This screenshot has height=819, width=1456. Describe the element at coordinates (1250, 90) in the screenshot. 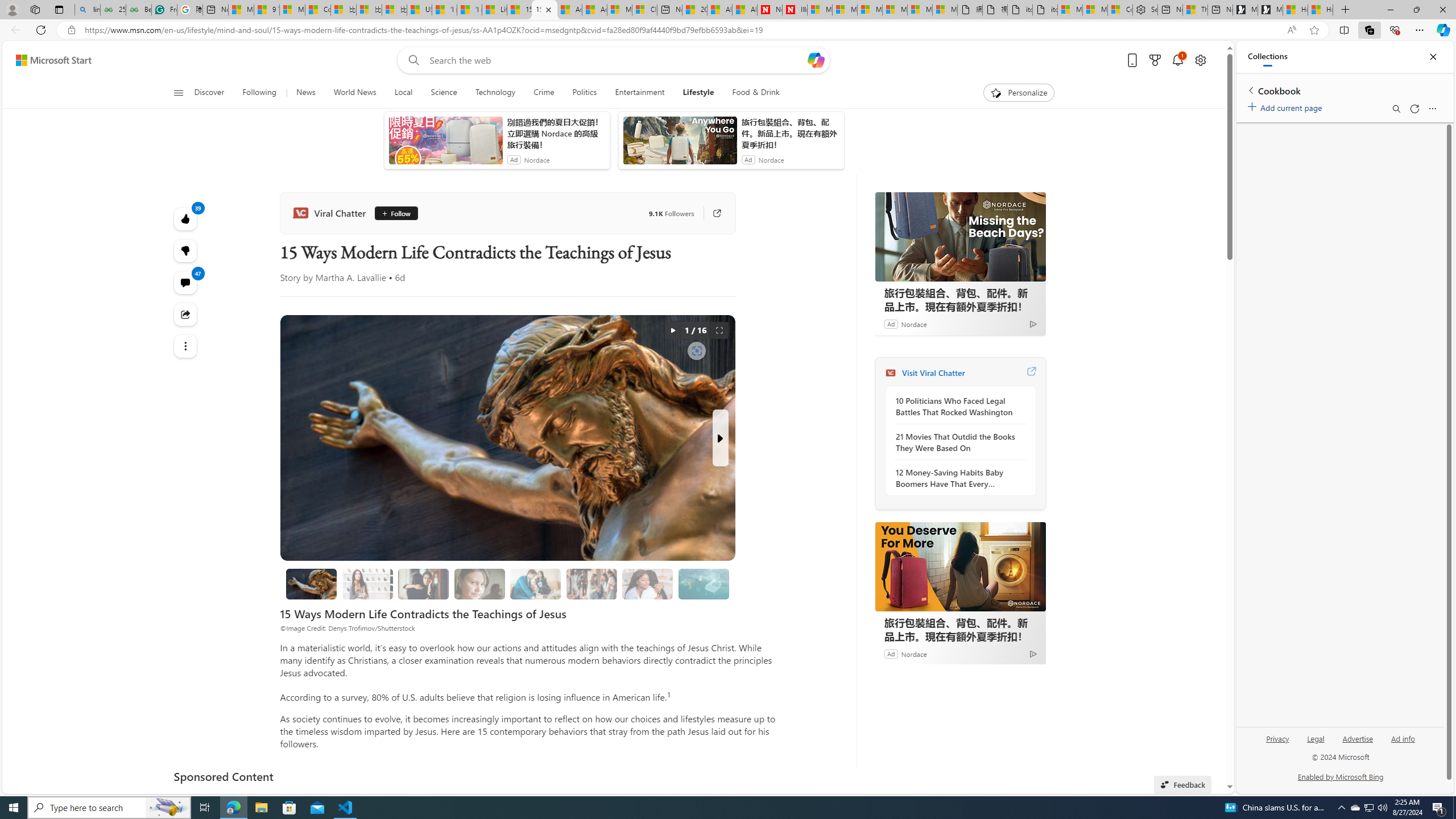

I see `'Back to list of collections'` at that location.